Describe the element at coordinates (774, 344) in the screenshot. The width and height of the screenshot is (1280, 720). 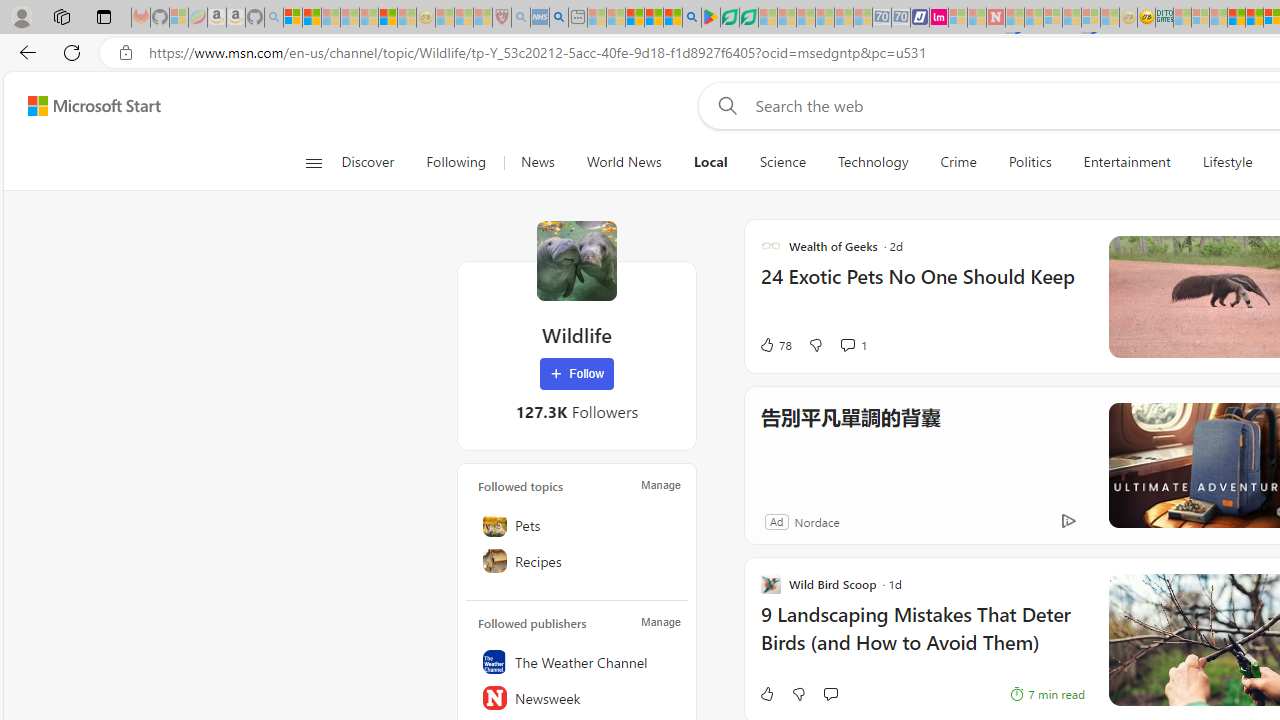
I see `'78 Like'` at that location.